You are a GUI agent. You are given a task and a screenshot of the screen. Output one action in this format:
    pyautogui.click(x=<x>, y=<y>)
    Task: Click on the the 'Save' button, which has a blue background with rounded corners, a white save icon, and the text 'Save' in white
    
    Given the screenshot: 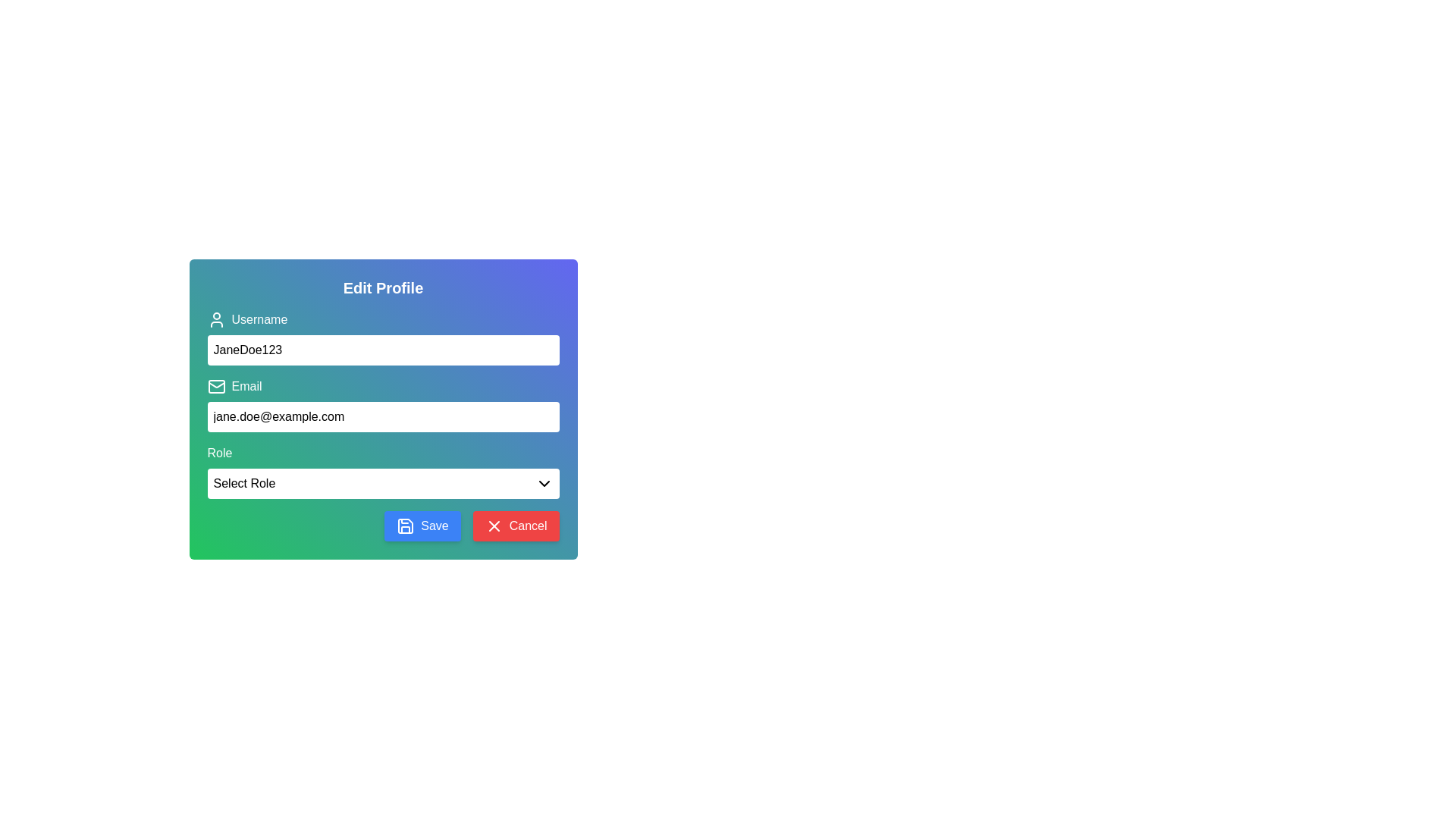 What is the action you would take?
    pyautogui.click(x=422, y=526)
    